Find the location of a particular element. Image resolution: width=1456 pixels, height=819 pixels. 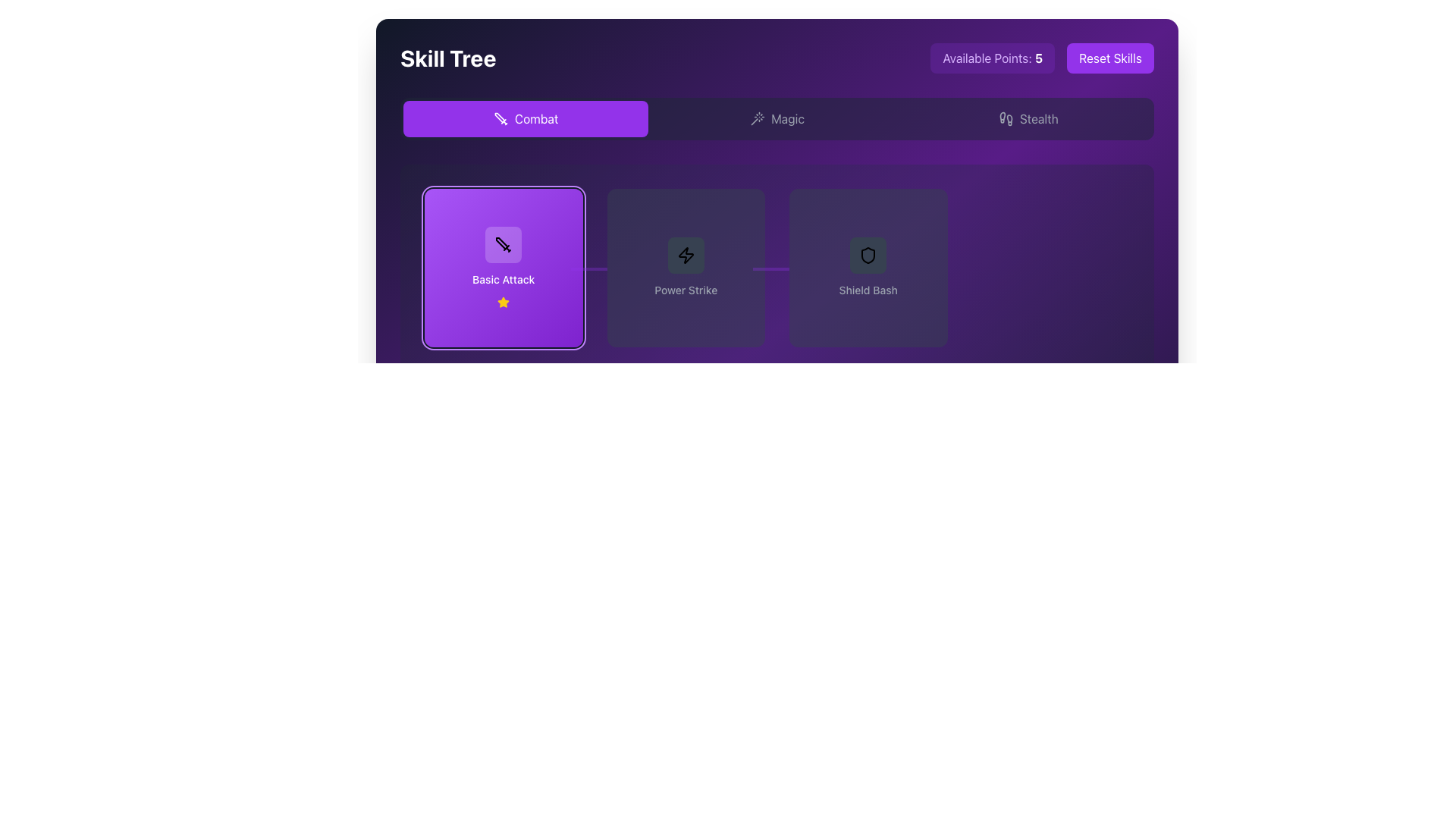

the text label representing the title of the currently selected skill specialization category in the navigation bar is located at coordinates (536, 118).